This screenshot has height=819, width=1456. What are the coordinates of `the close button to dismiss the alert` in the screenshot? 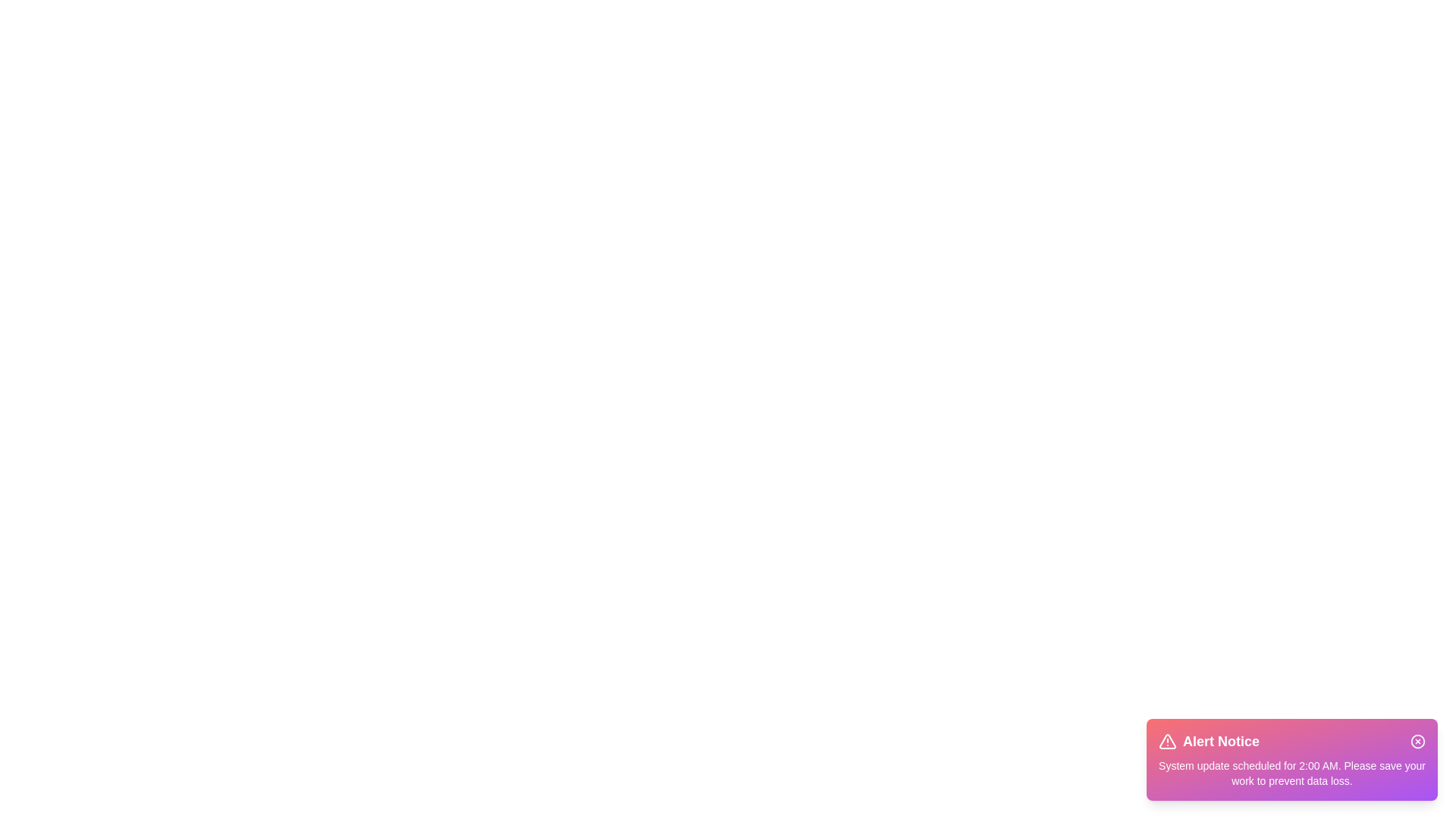 It's located at (1417, 741).